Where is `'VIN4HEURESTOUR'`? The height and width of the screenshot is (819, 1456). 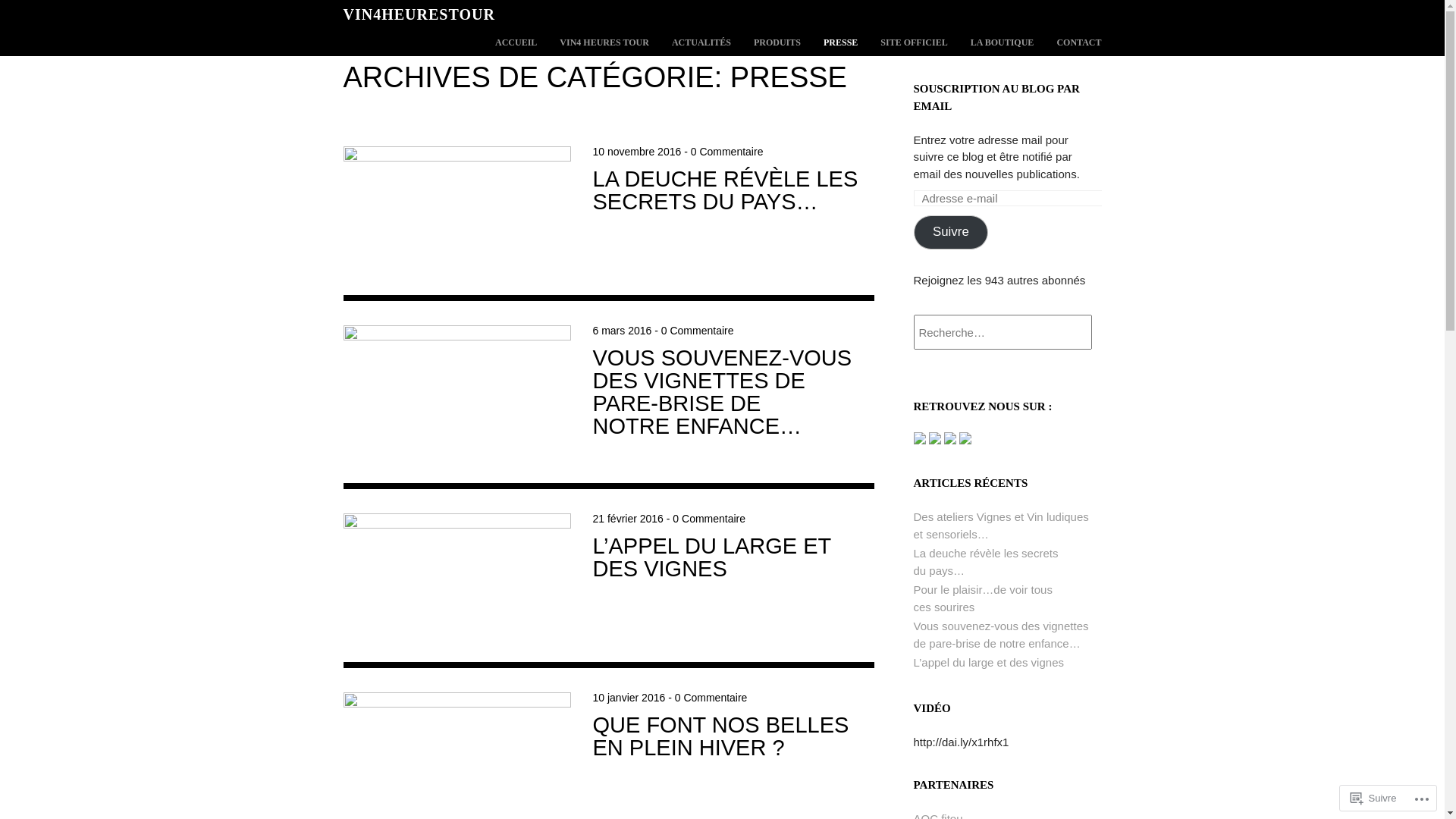
'VIN4HEURESTOUR' is located at coordinates (419, 14).